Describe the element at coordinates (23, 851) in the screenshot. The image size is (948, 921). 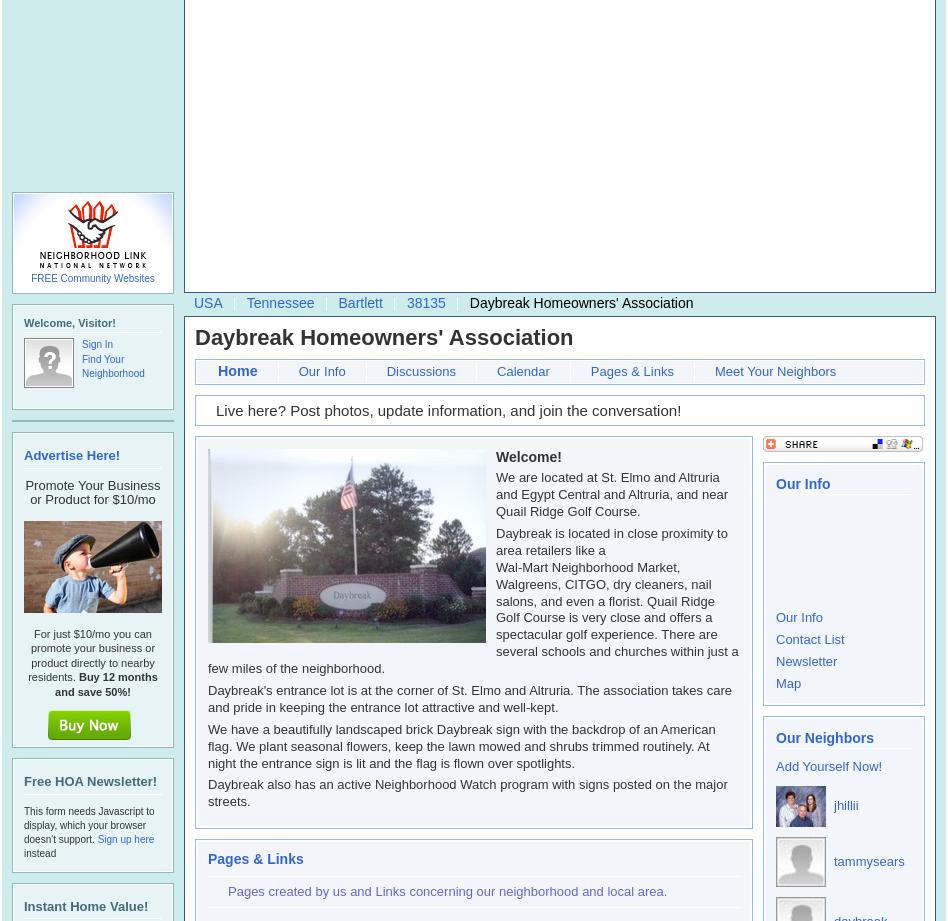
I see `'instead'` at that location.